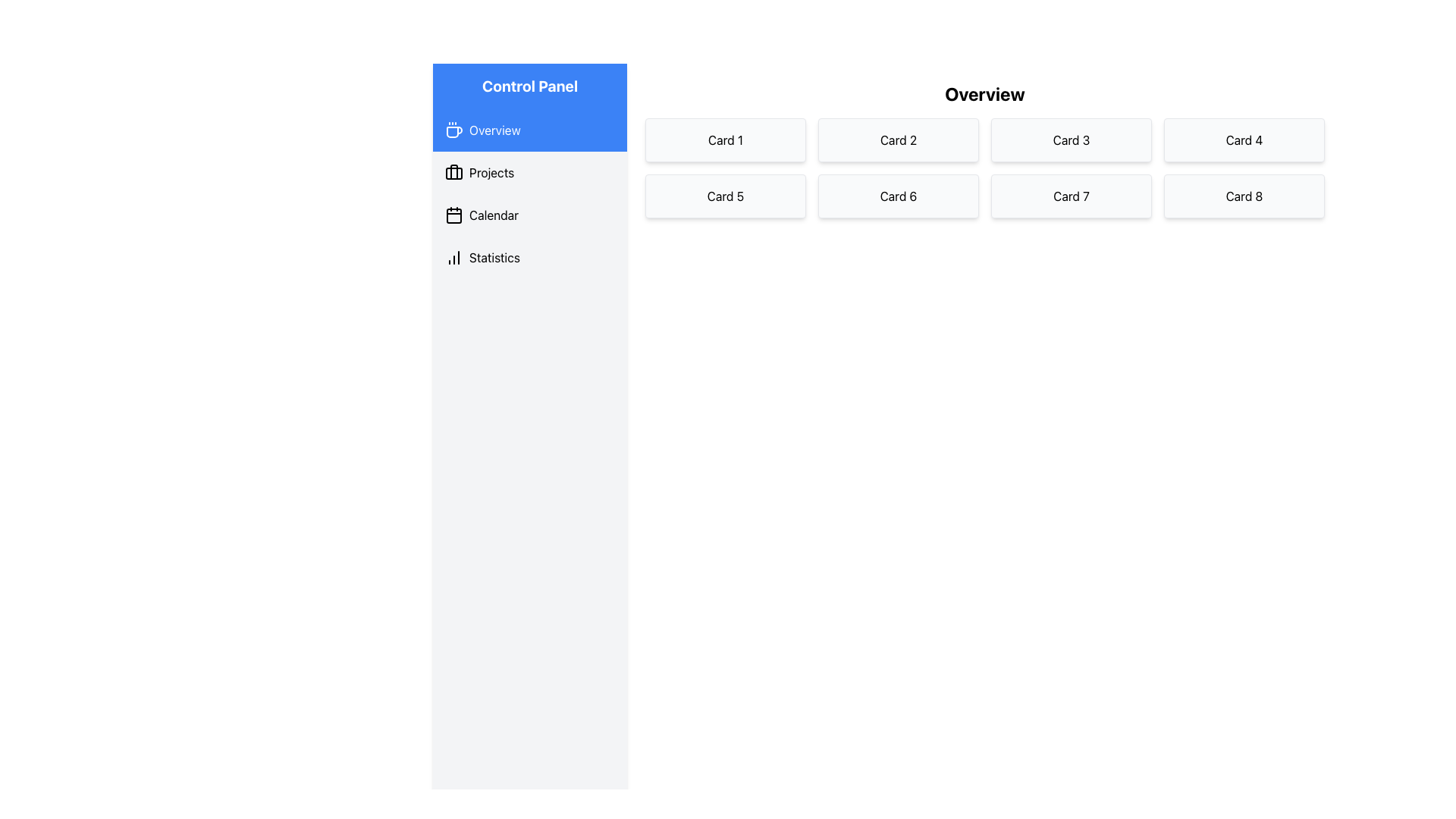 The width and height of the screenshot is (1456, 819). I want to click on the inner rounded rectangle component of the calendar icon located in the sidebar navigation menu, so click(453, 216).